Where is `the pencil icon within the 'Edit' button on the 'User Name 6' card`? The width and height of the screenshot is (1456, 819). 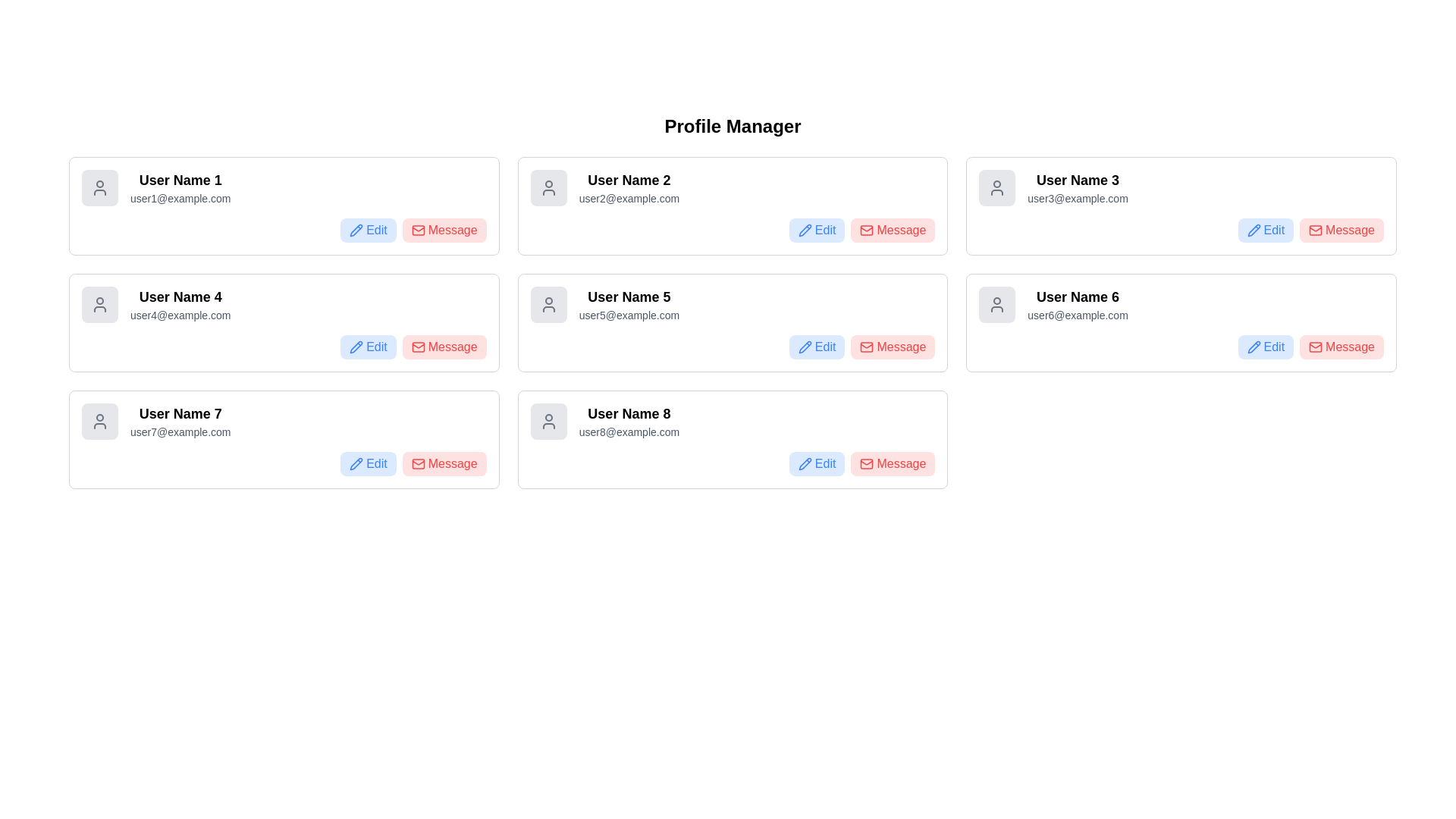 the pencil icon within the 'Edit' button on the 'User Name 6' card is located at coordinates (1254, 347).